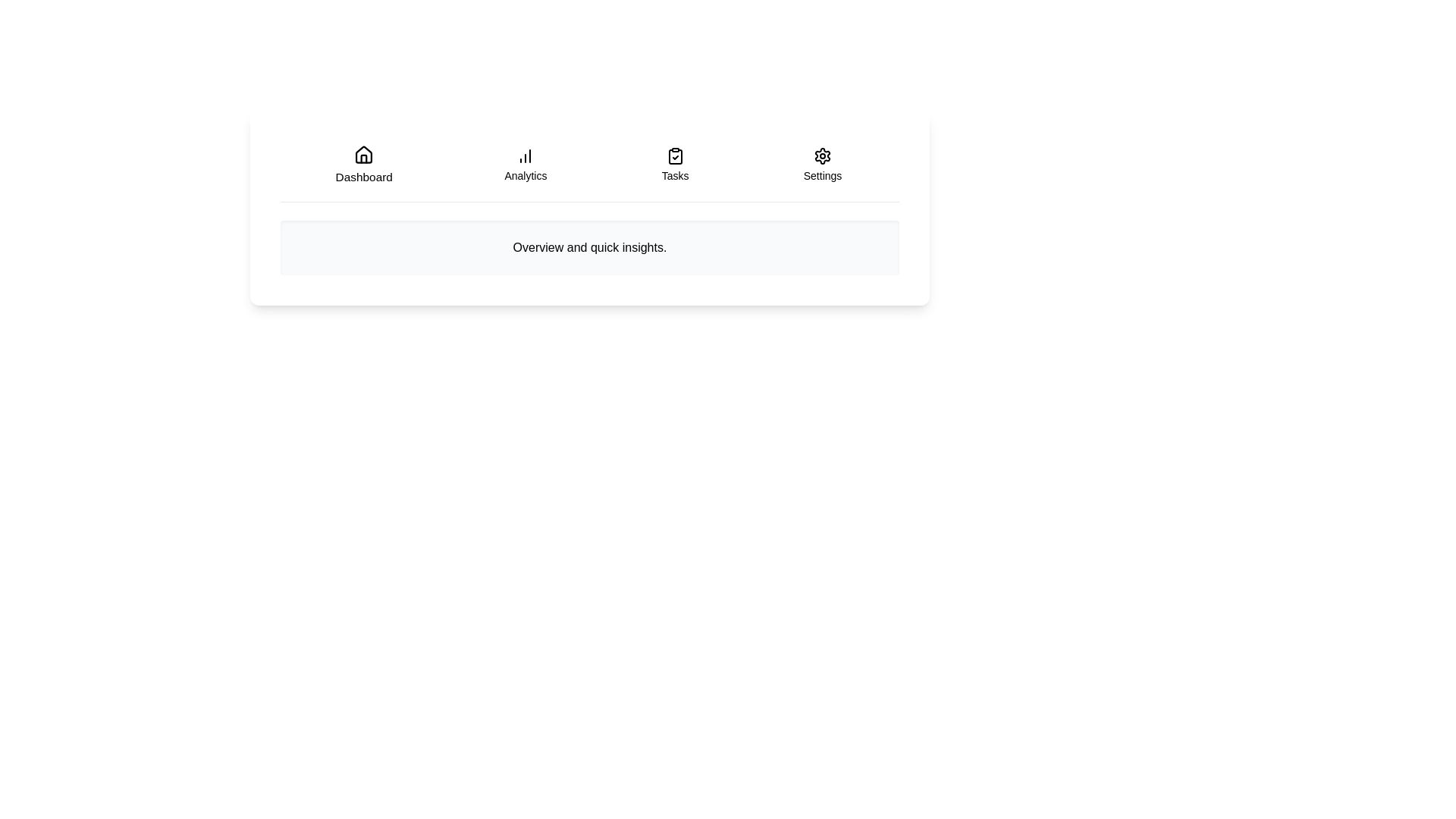 This screenshot has width=1456, height=819. I want to click on the 'Tasks' text label located below the clipboard icon in the navigation bar, so click(674, 174).